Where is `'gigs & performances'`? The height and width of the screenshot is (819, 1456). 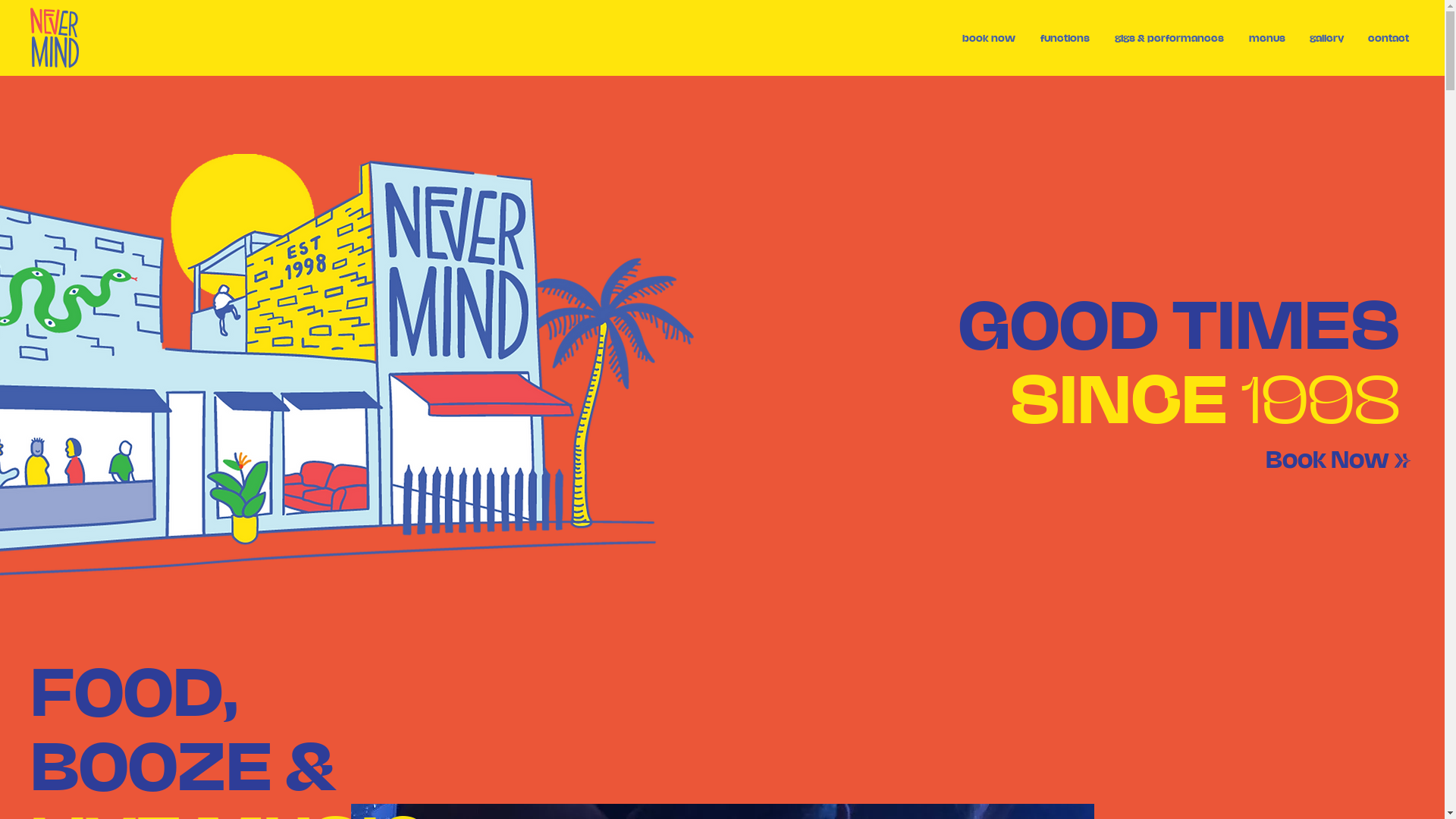
'gigs & performances' is located at coordinates (1168, 36).